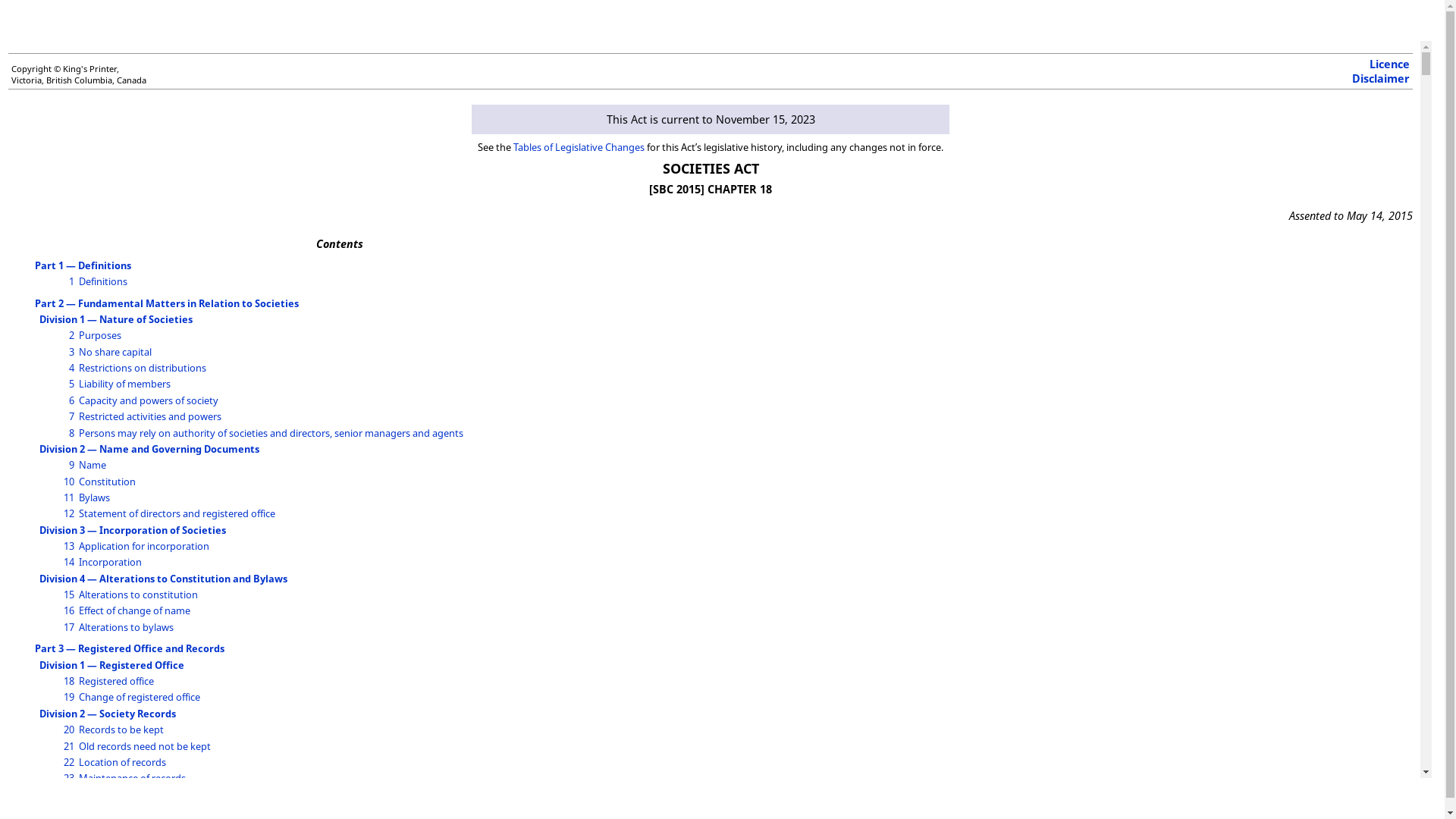 Image resolution: width=1456 pixels, height=819 pixels. What do you see at coordinates (68, 546) in the screenshot?
I see `'13'` at bounding box center [68, 546].